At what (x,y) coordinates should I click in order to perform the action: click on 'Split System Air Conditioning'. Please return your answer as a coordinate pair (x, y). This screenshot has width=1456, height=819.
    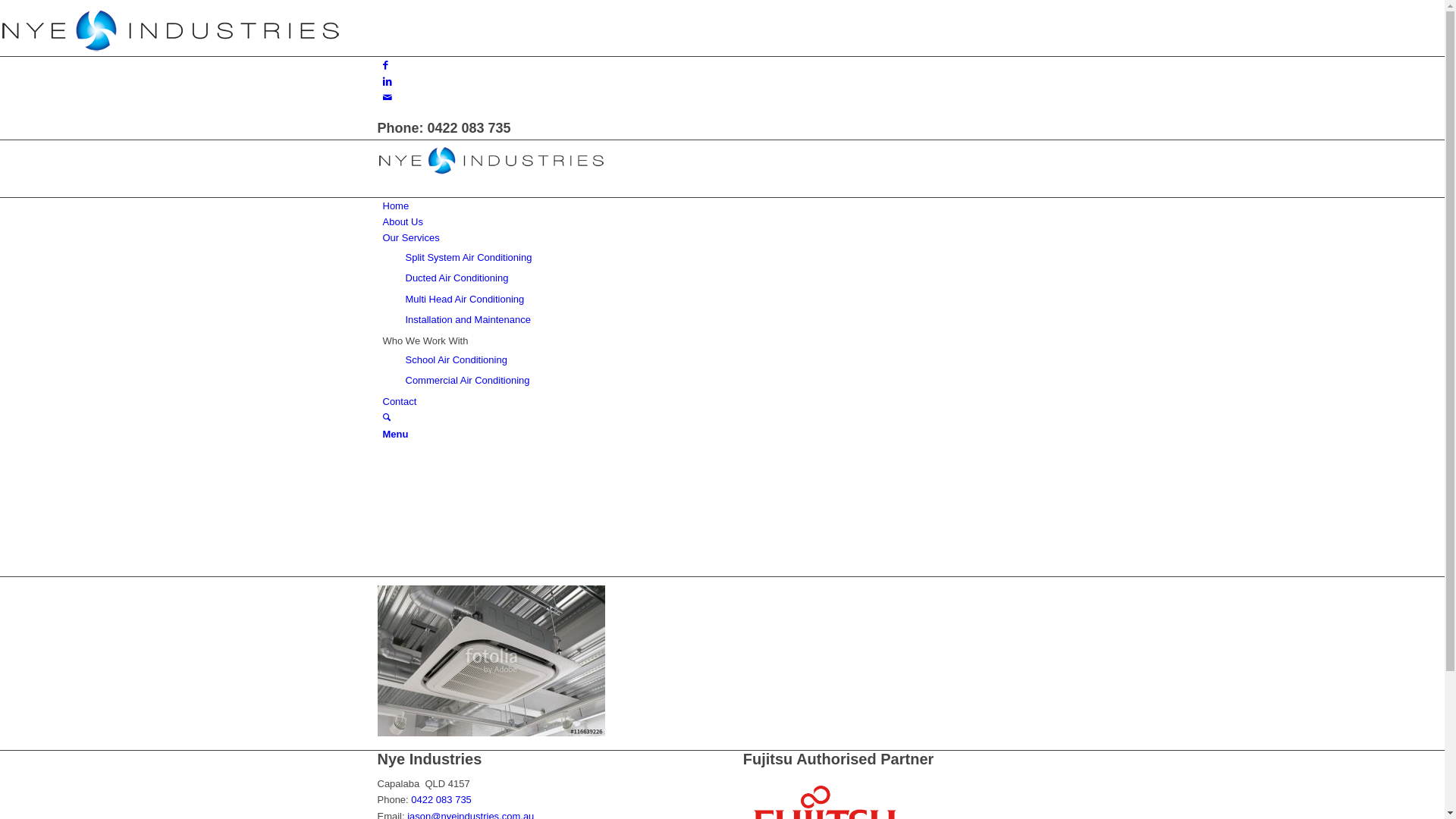
    Looking at the image, I should click on (467, 256).